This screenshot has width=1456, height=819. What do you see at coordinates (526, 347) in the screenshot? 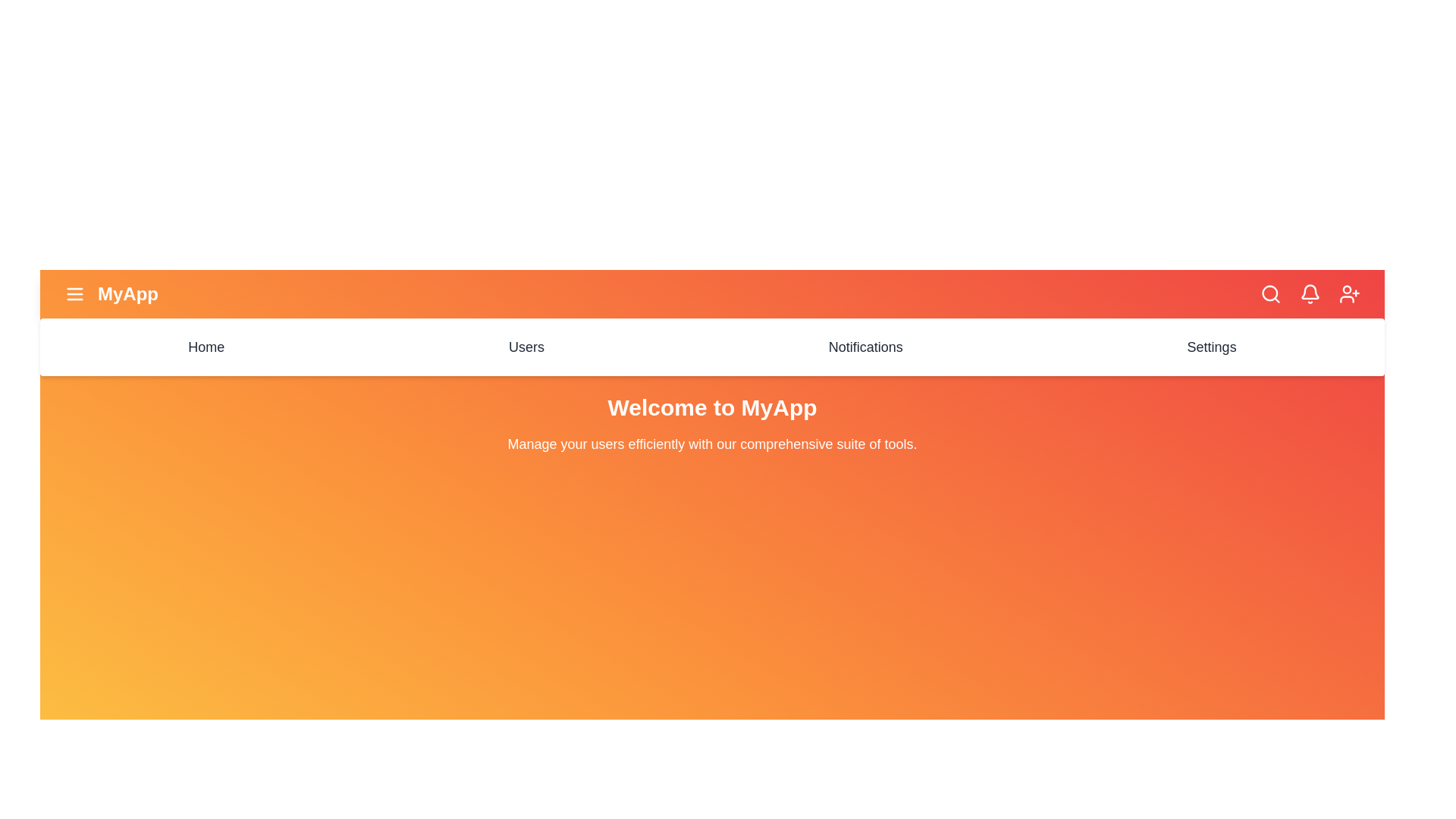
I see `the menu item Users` at bounding box center [526, 347].